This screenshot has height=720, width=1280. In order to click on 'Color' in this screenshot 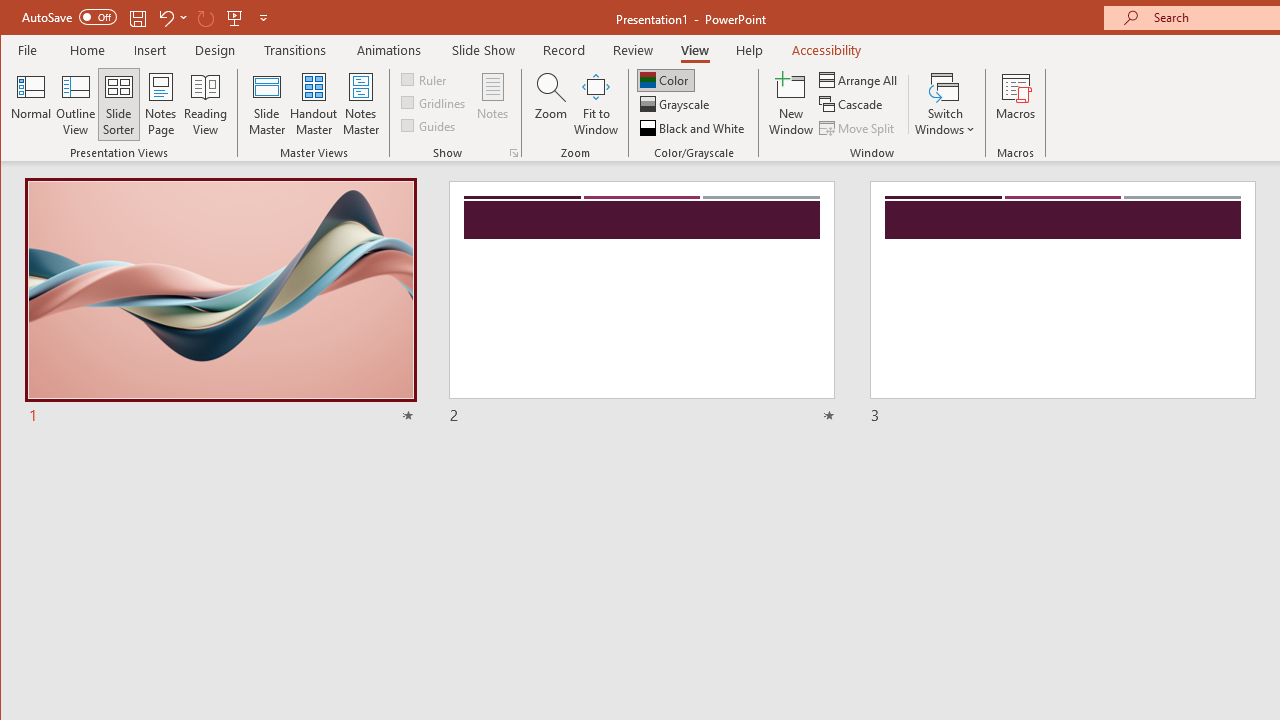, I will do `click(666, 79)`.